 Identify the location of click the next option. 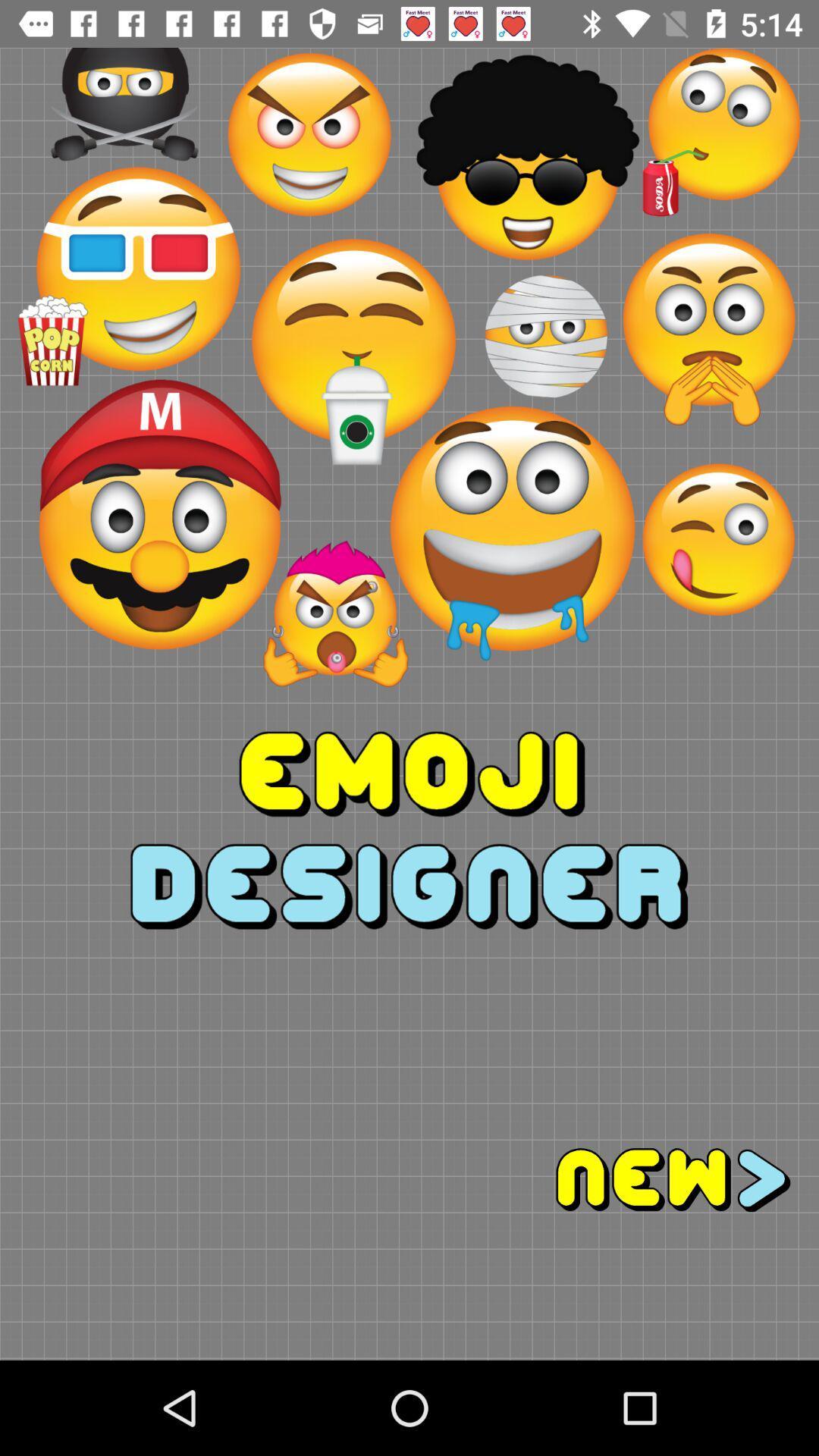
(614, 1179).